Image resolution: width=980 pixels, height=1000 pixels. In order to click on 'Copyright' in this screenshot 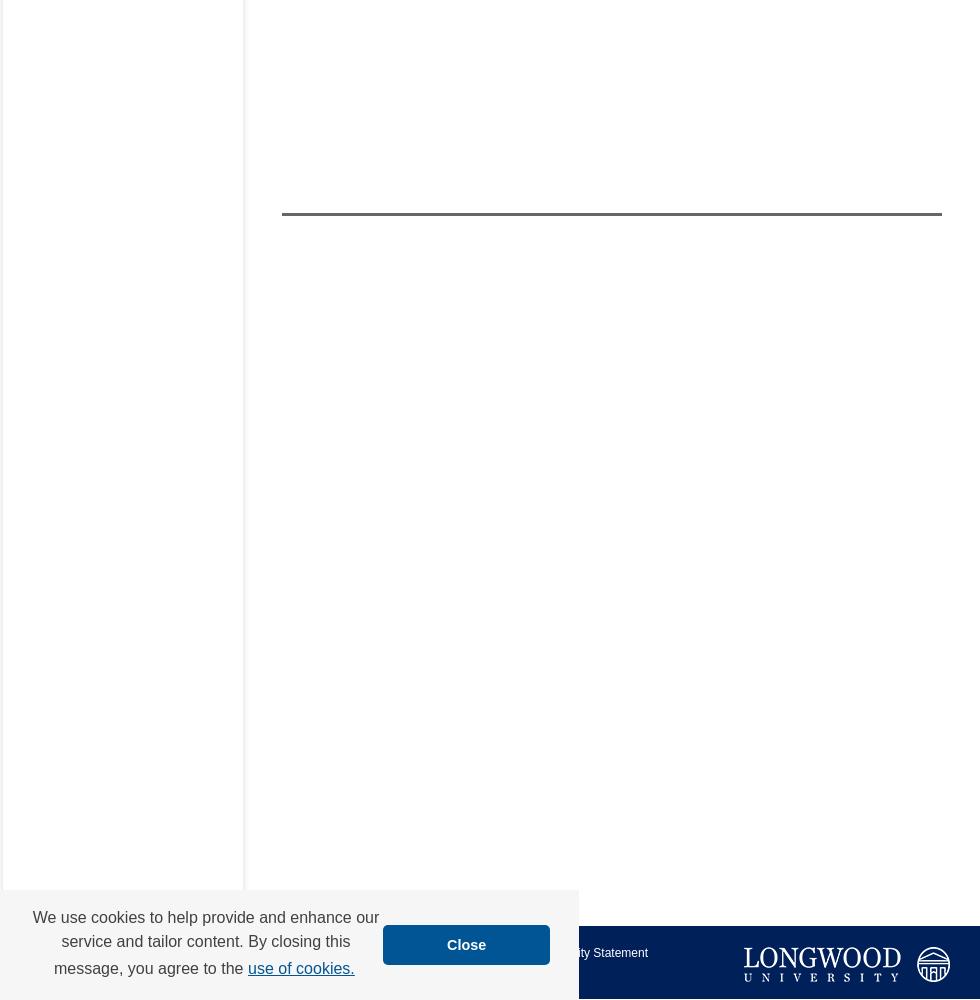, I will do `click(323, 971)`.